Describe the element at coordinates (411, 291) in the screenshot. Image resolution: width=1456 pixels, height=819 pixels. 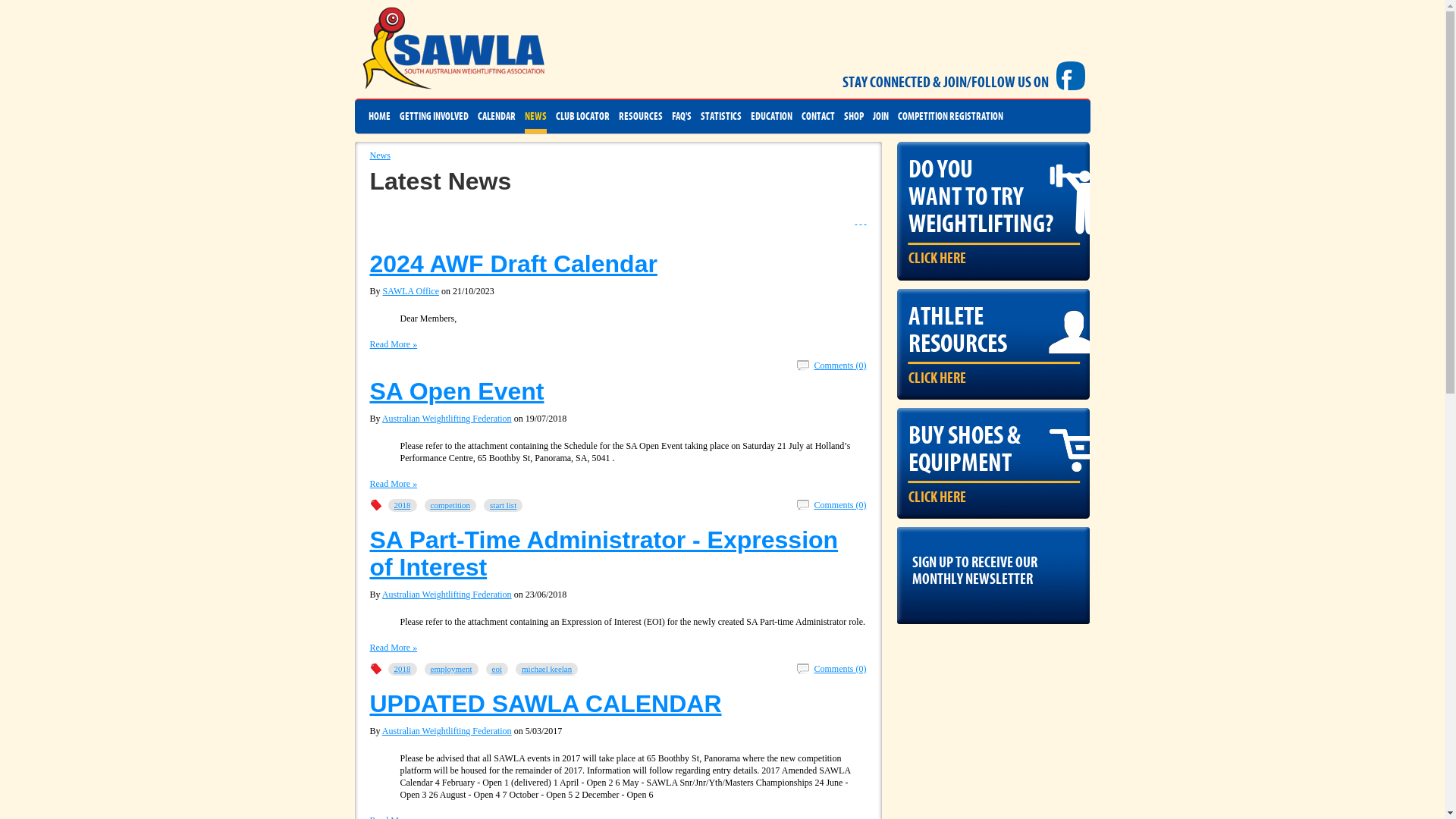
I see `'SAWLA Office'` at that location.